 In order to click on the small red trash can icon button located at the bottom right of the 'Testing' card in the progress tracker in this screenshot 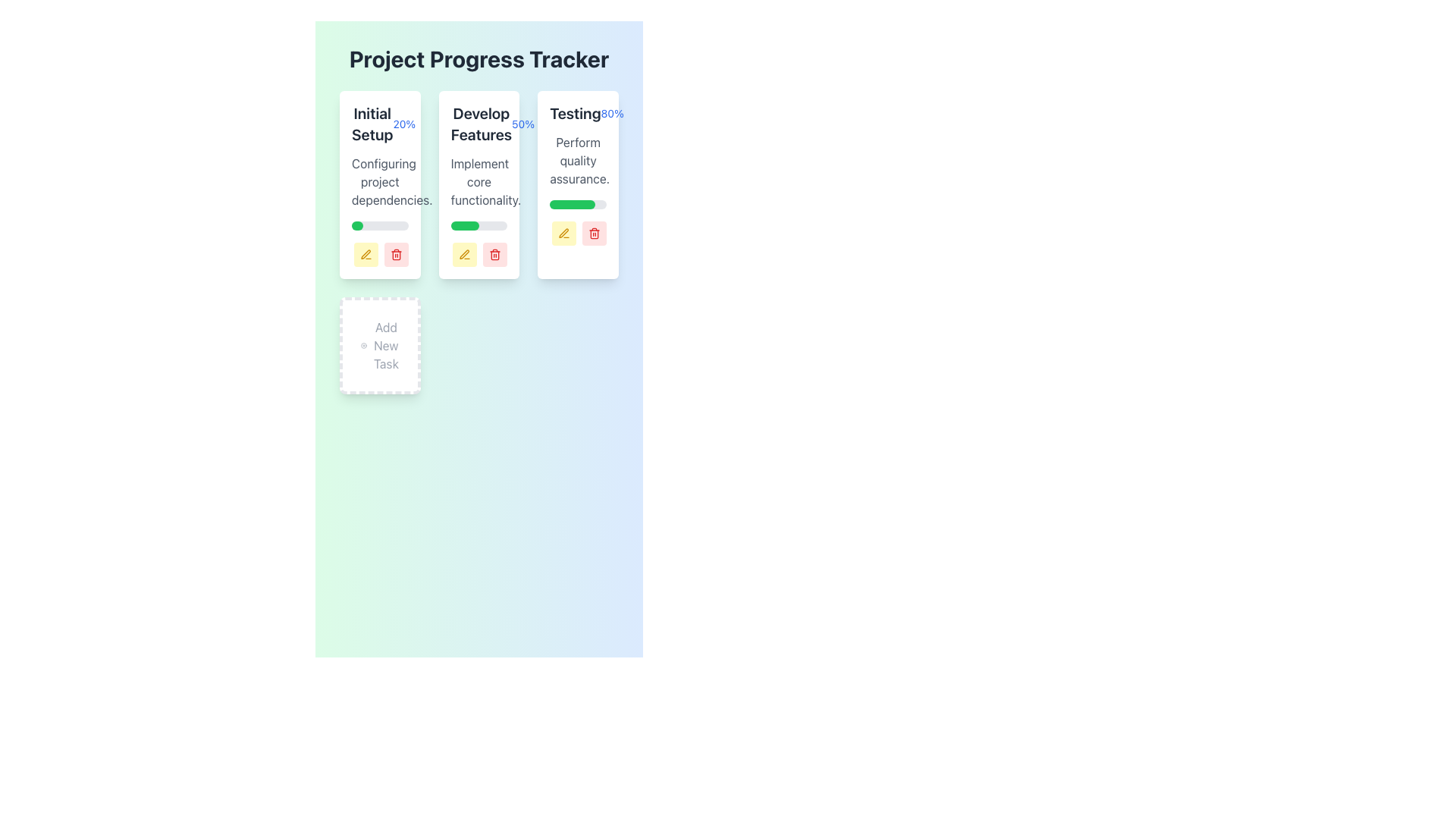, I will do `click(593, 234)`.